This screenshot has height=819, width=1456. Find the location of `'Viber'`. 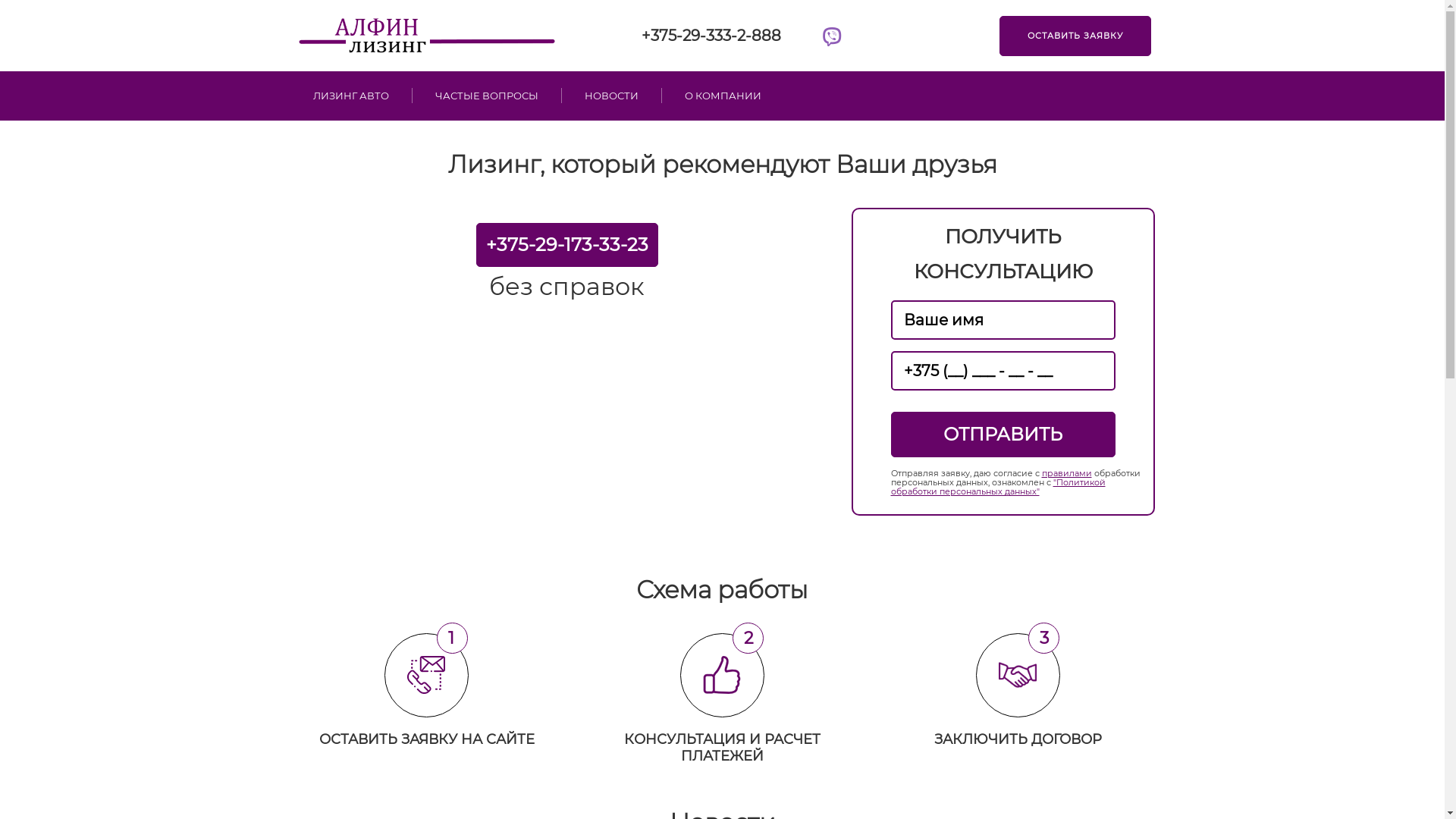

'Viber' is located at coordinates (831, 37).